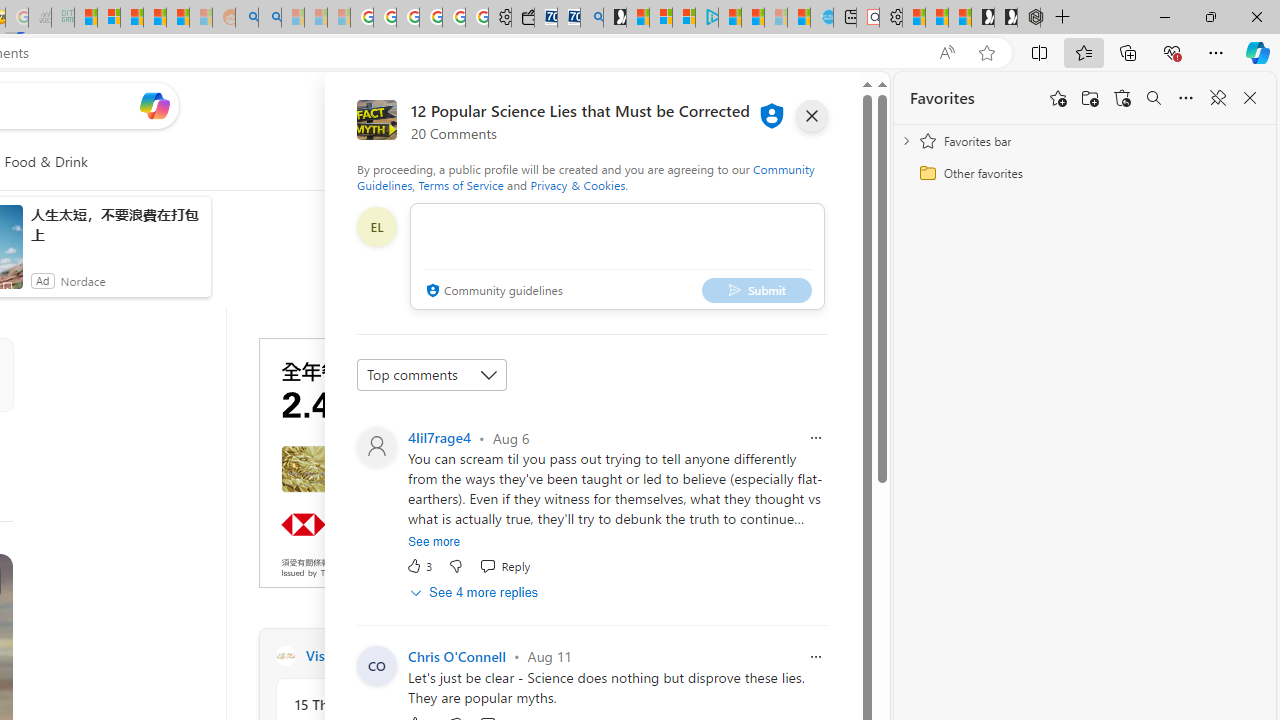  I want to click on 'Add folder', so click(1088, 98).